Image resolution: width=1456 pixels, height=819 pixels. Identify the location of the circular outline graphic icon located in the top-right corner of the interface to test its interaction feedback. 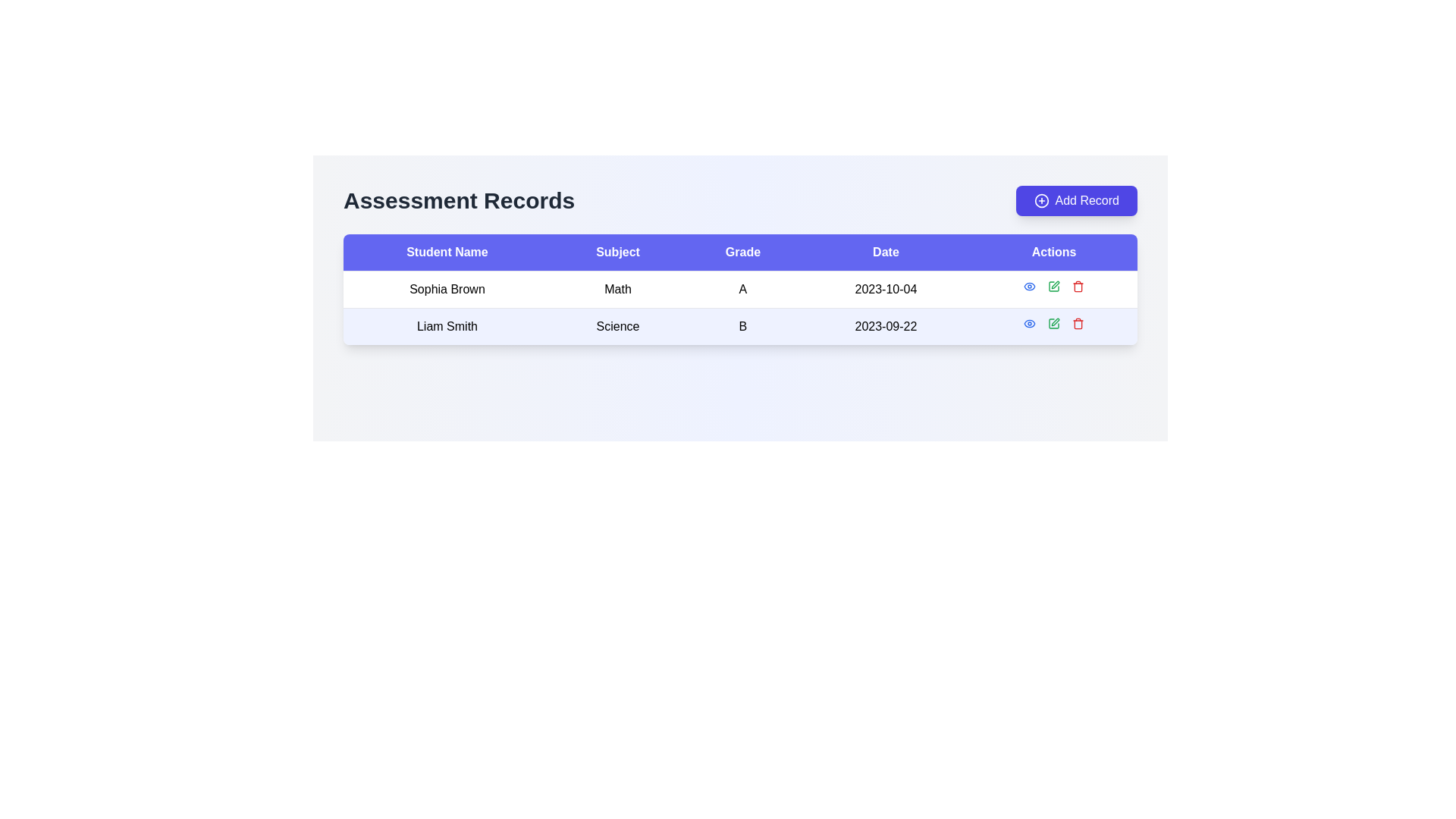
(1040, 200).